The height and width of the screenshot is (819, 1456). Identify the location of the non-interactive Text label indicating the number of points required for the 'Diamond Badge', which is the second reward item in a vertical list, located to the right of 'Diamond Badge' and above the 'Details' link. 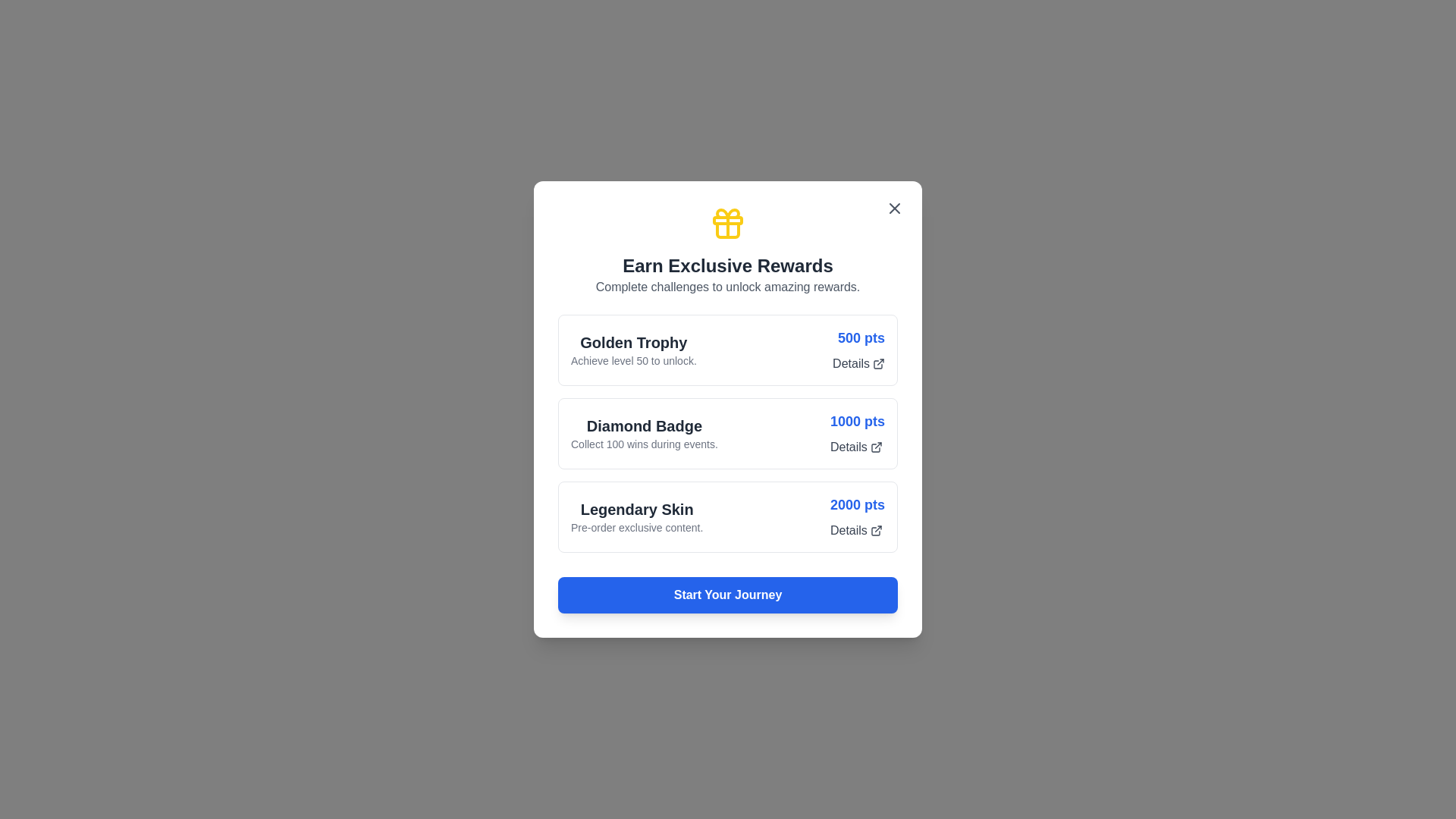
(858, 421).